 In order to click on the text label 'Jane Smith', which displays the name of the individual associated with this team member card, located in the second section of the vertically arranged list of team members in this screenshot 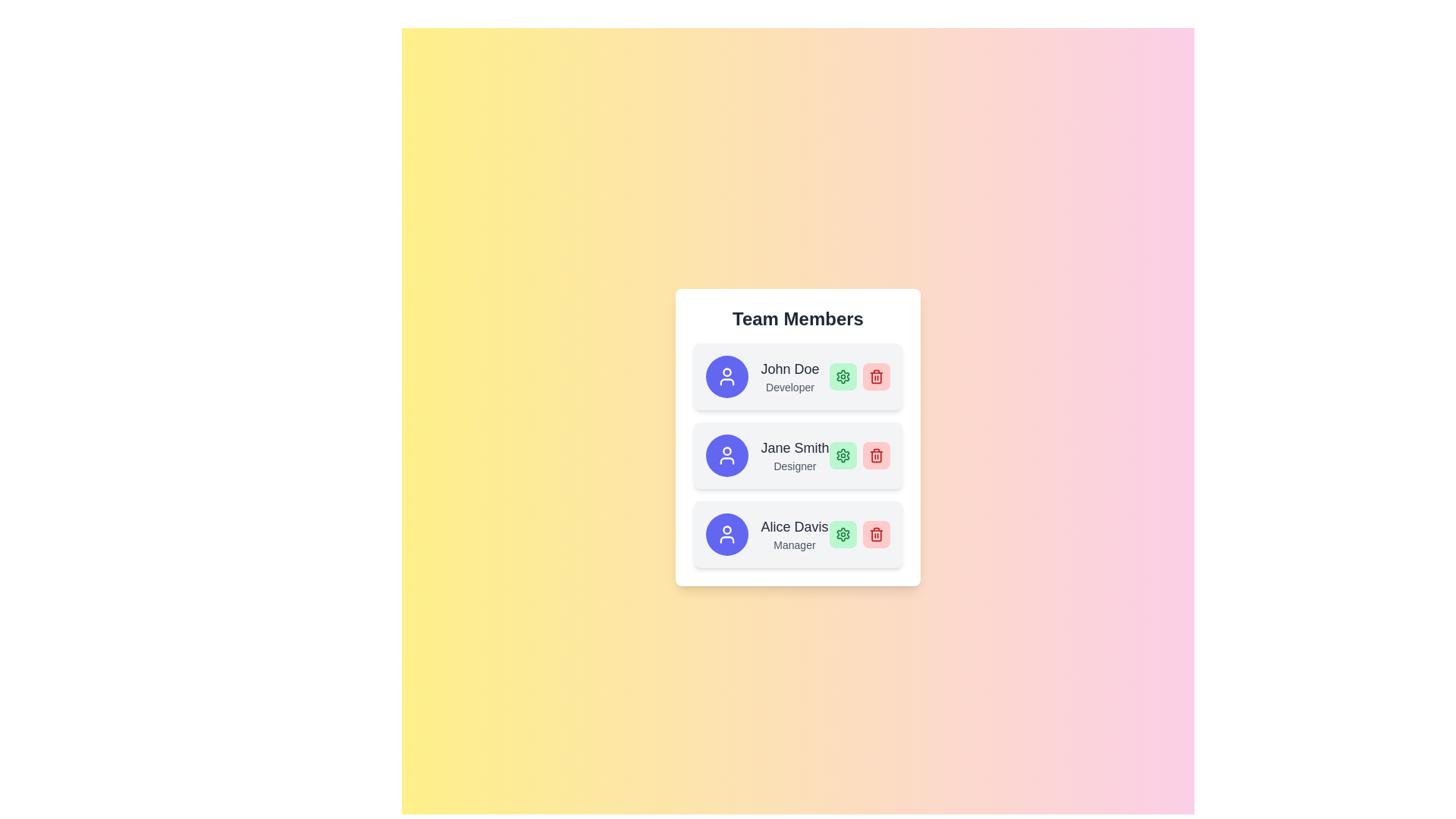, I will do `click(794, 447)`.